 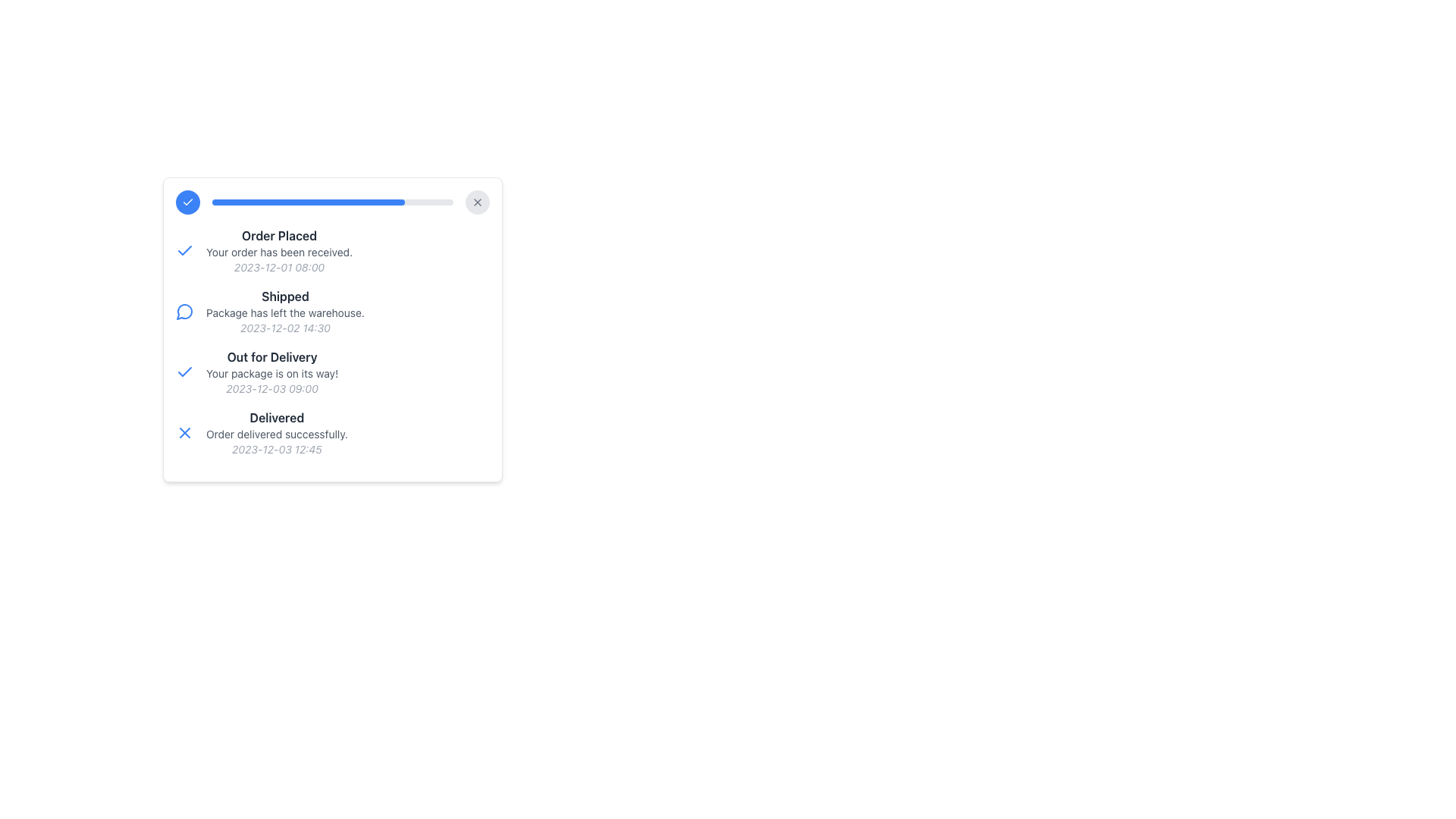 I want to click on the text element displaying 'Out for Delivery', which is styled in bold dark gray and located in the middle of the delivery status list, so click(x=272, y=356).